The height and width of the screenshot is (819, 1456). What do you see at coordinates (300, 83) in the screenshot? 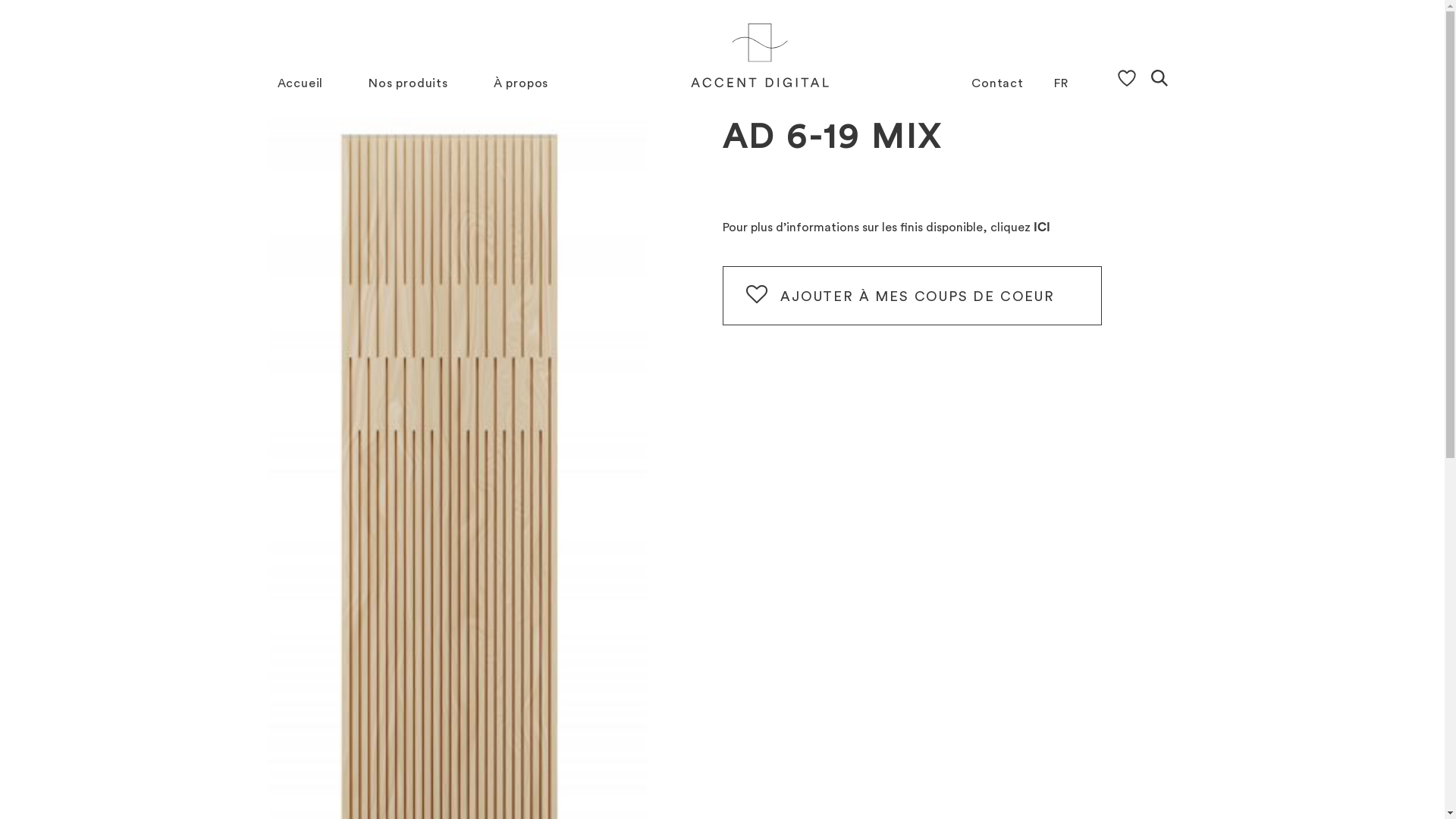
I see `'Accueil'` at bounding box center [300, 83].